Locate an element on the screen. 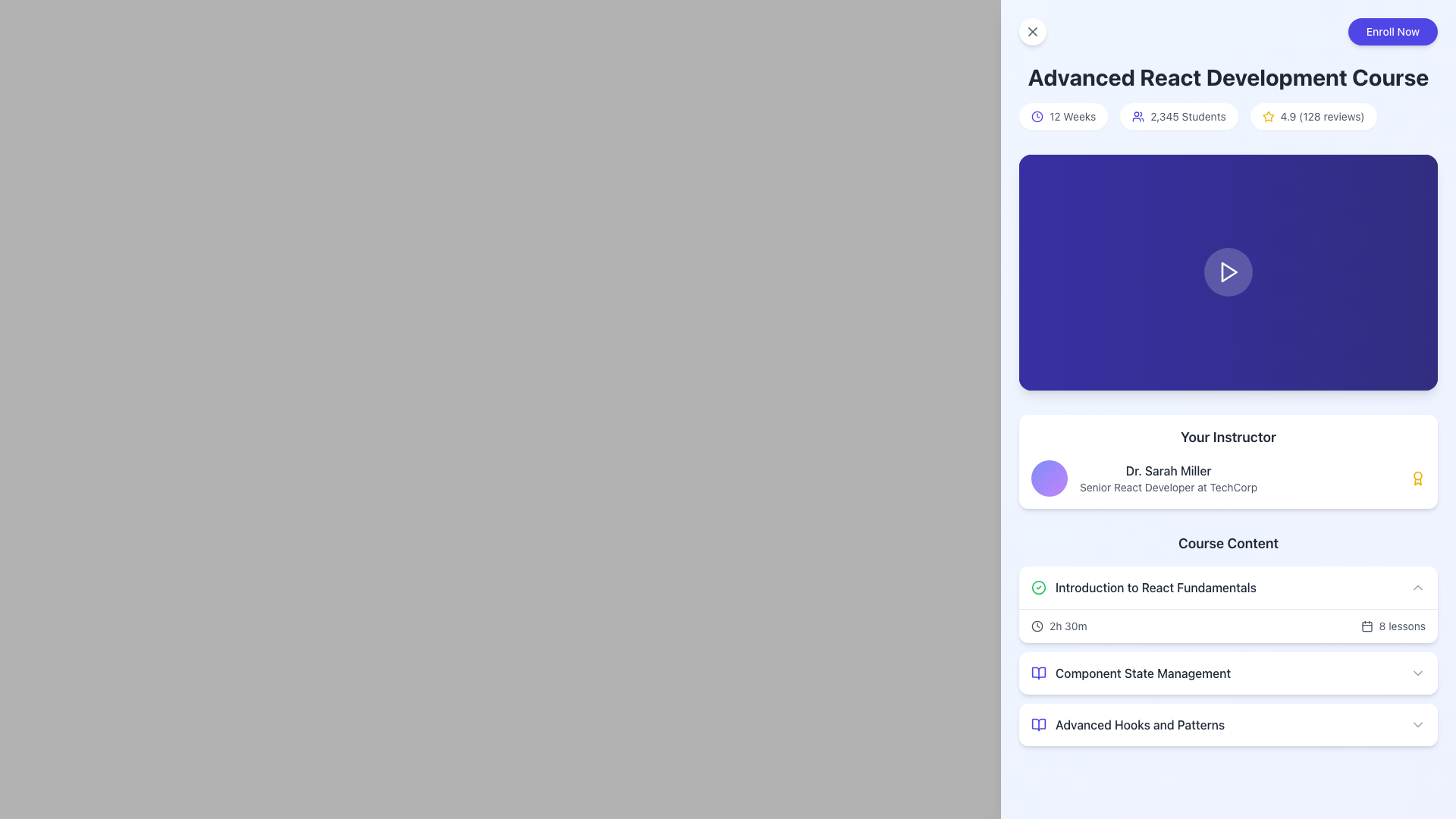 The width and height of the screenshot is (1456, 819). the text label indicating the duration of the associated course, located in the course details section after the time icon is located at coordinates (1072, 116).